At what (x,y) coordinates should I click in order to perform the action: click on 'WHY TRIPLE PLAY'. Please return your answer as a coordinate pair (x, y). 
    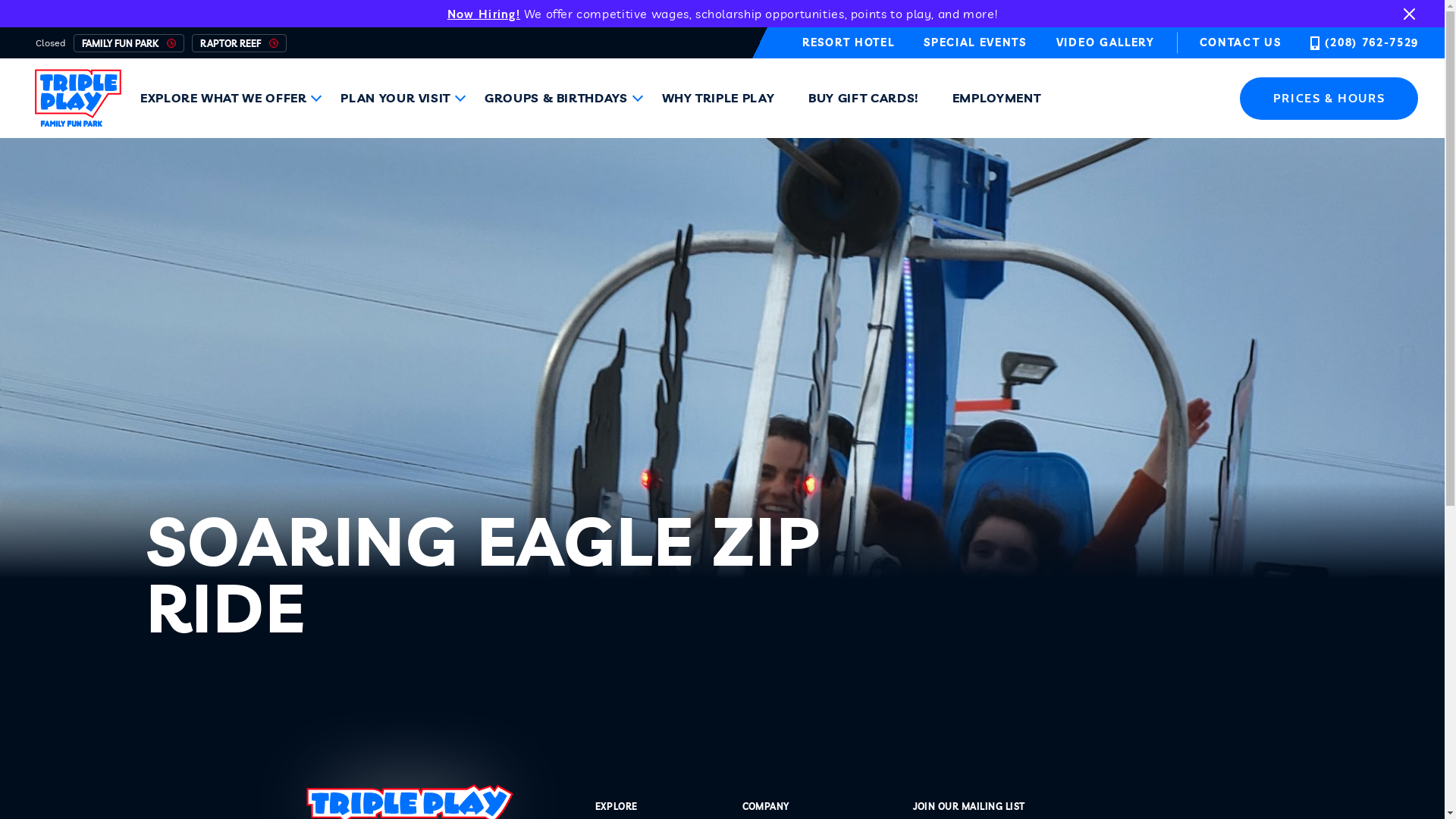
    Looking at the image, I should click on (728, 98).